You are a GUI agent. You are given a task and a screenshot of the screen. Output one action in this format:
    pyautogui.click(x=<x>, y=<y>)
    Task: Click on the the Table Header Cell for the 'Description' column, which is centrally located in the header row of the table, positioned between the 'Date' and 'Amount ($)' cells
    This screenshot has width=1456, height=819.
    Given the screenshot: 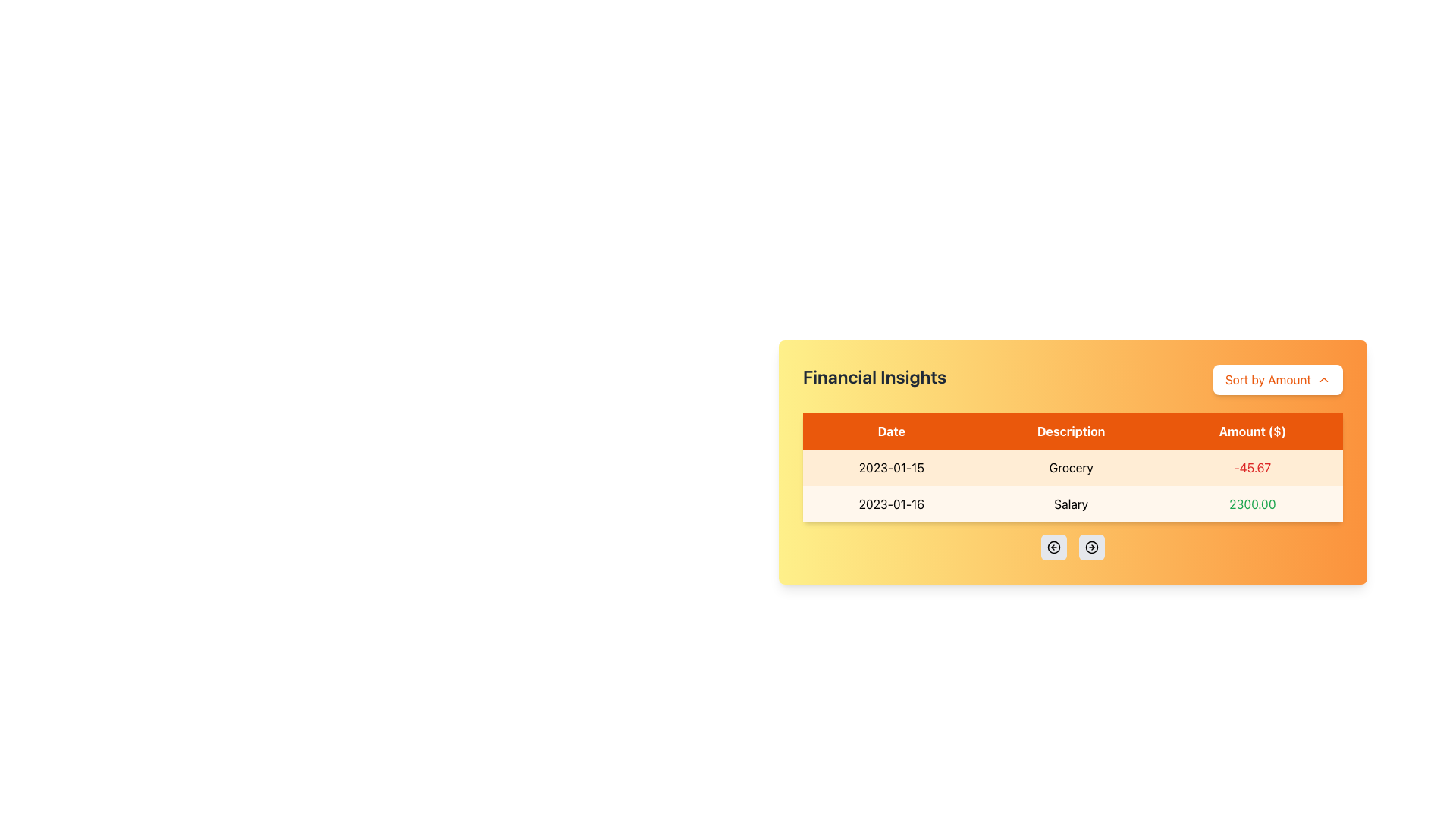 What is the action you would take?
    pyautogui.click(x=1070, y=431)
    